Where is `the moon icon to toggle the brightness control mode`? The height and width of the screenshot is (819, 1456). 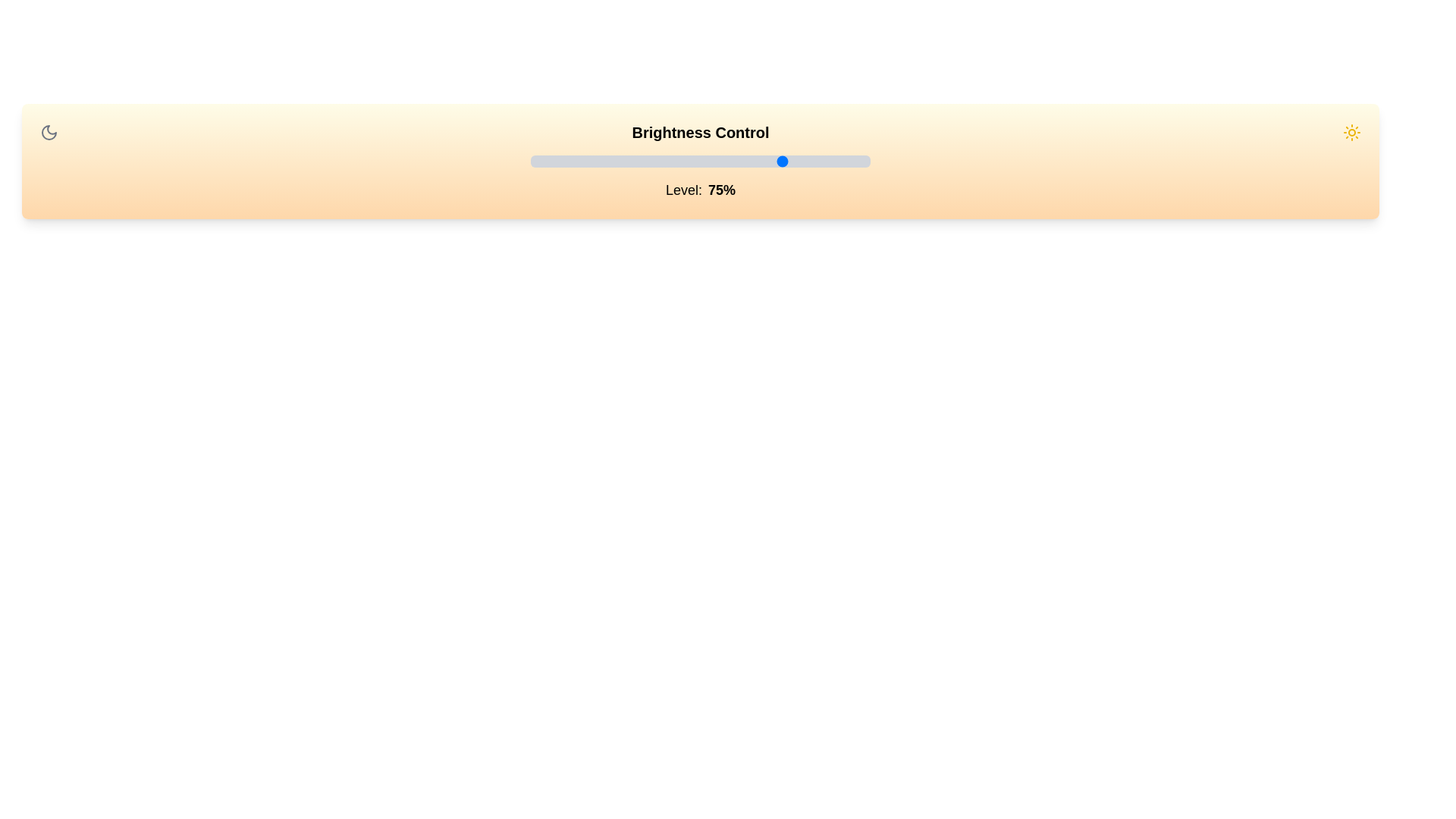 the moon icon to toggle the brightness control mode is located at coordinates (49, 131).